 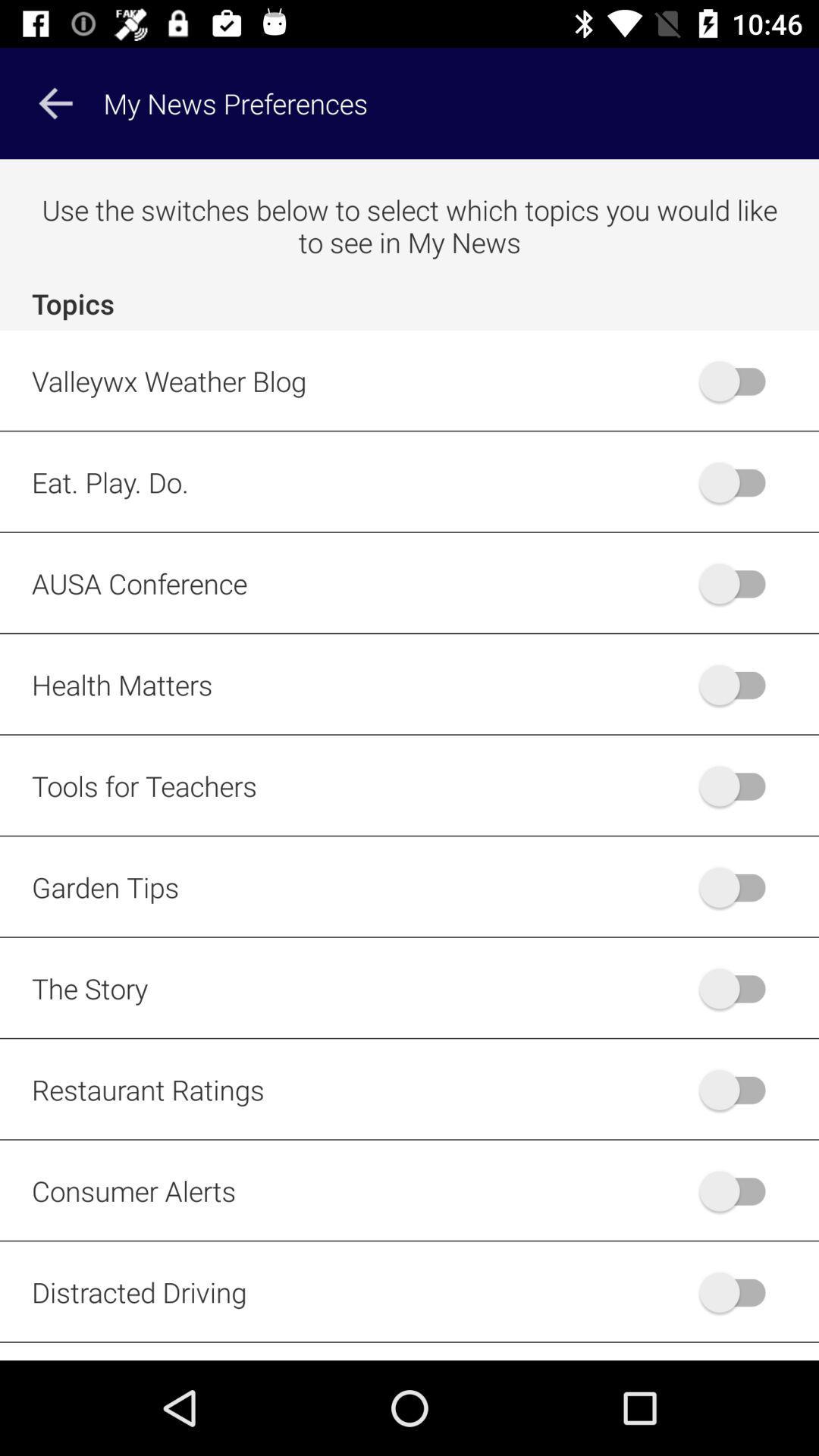 I want to click on turn the consumer alerts on, so click(x=739, y=1190).